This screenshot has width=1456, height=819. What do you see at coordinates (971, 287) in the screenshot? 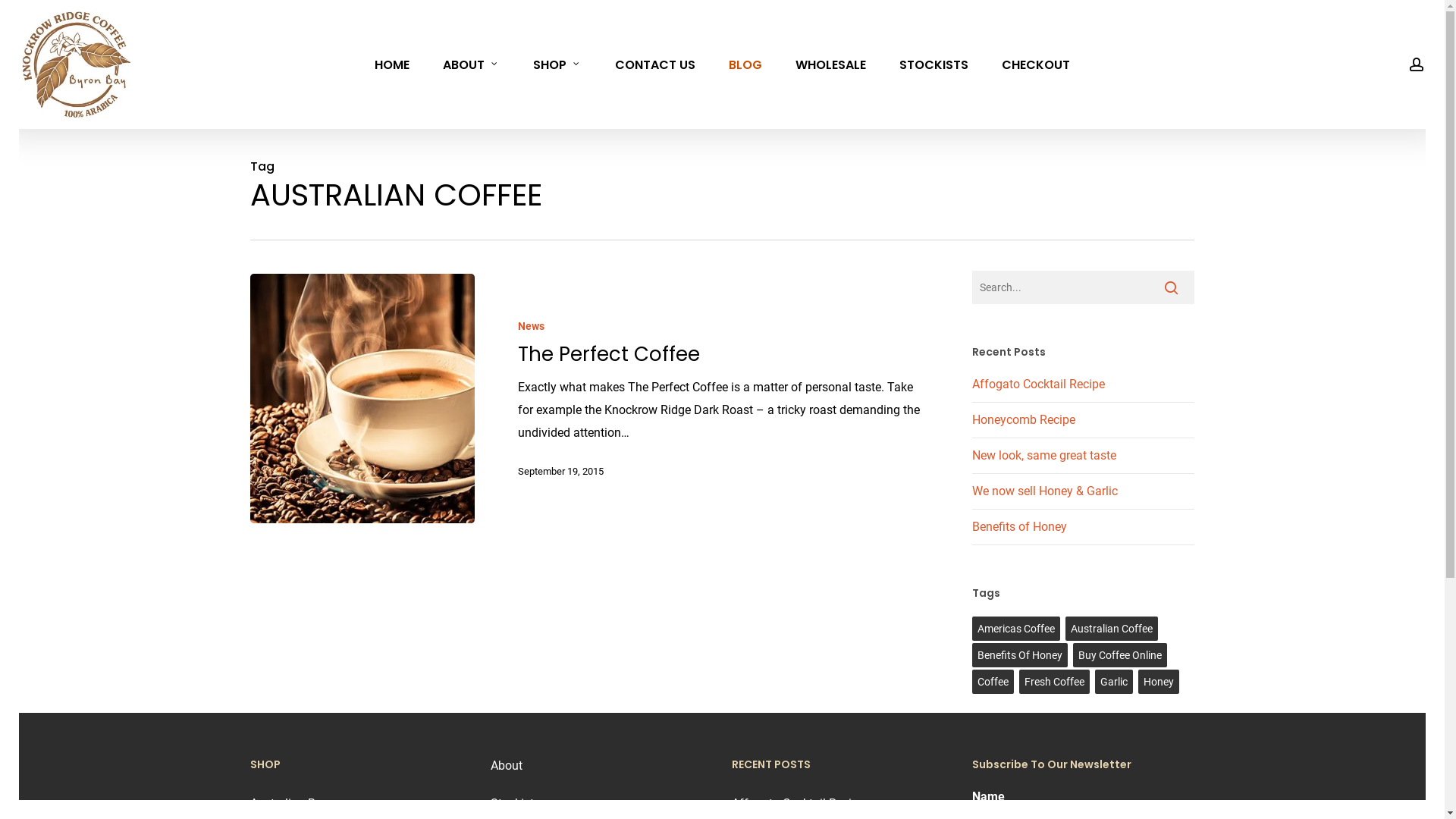
I see `'Search for:'` at bounding box center [971, 287].